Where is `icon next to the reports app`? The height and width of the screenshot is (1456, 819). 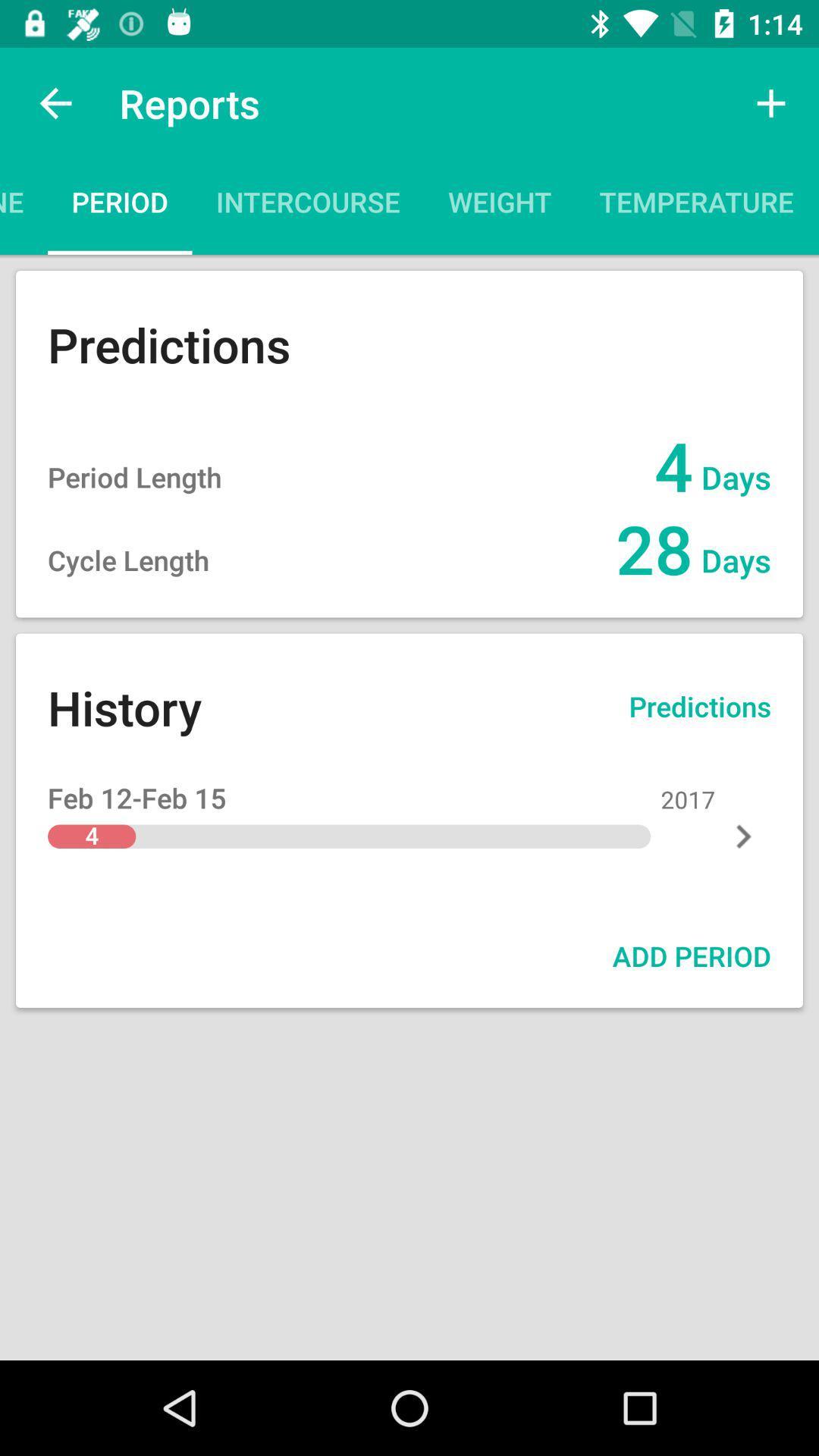
icon next to the reports app is located at coordinates (55, 102).